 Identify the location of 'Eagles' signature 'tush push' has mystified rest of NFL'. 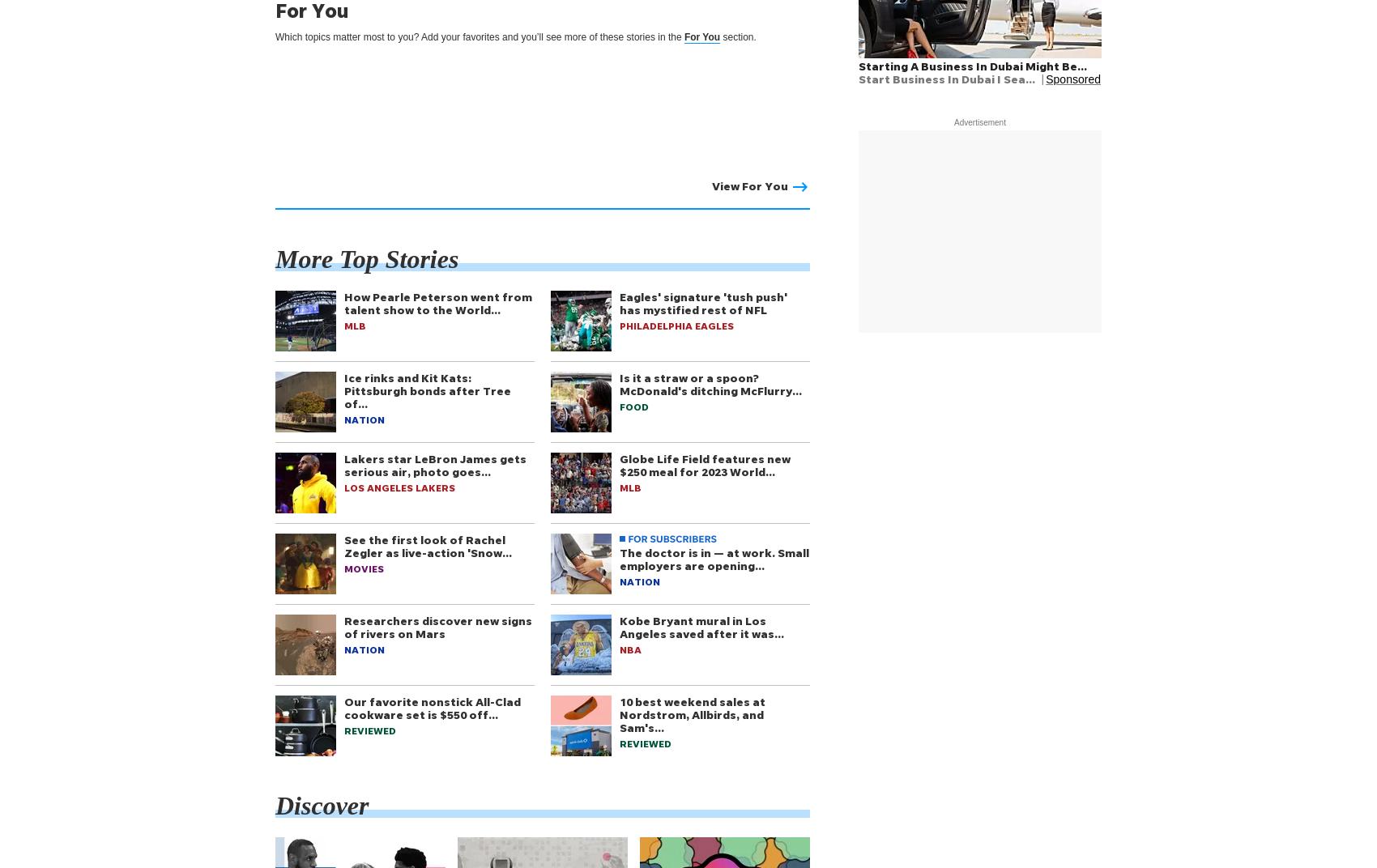
(703, 303).